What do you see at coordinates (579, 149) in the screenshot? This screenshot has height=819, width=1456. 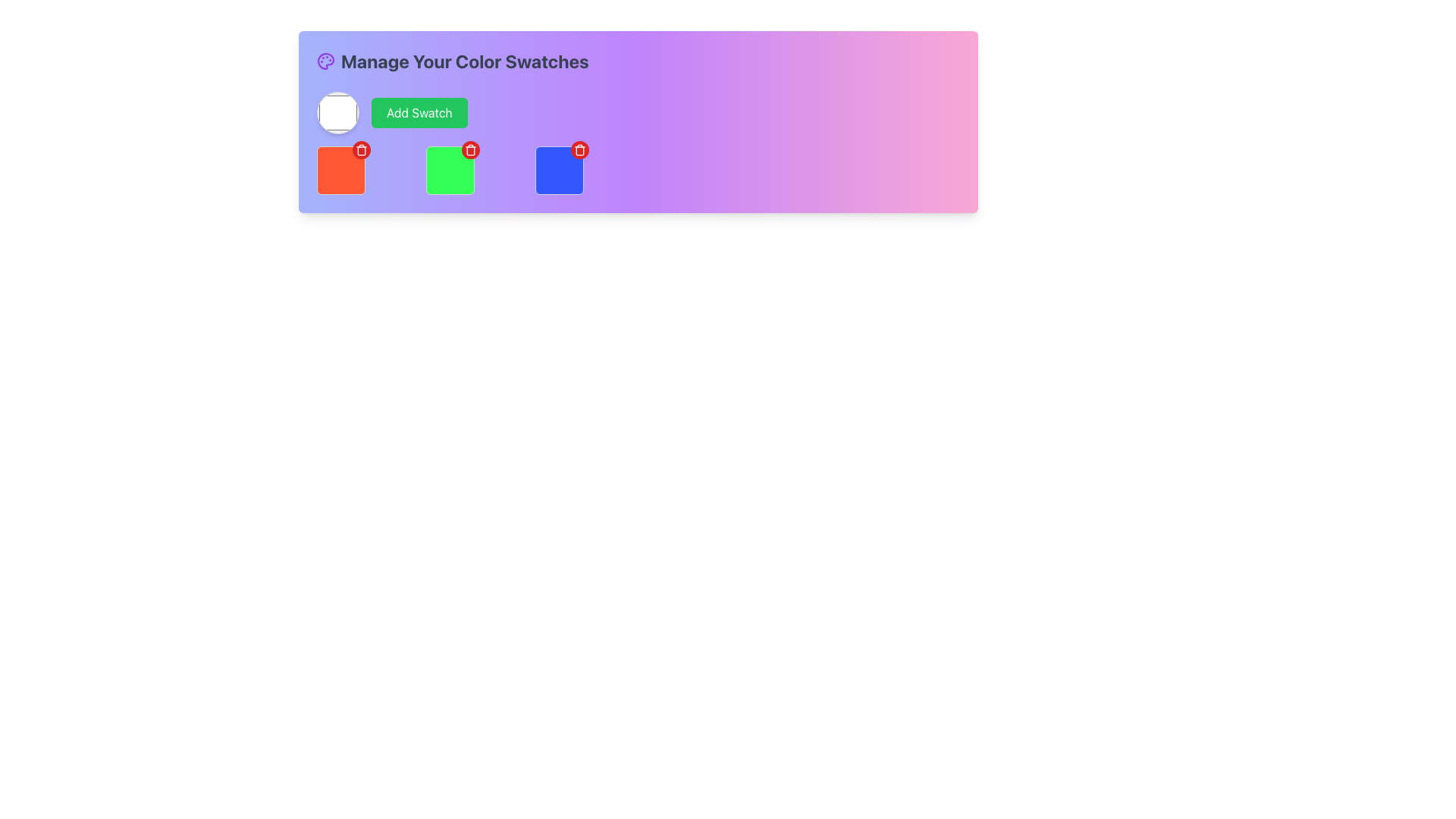 I see `the Delete button icon, which resembles a trash bin on a red circular background located at the top-right corner of the blue swatch` at bounding box center [579, 149].